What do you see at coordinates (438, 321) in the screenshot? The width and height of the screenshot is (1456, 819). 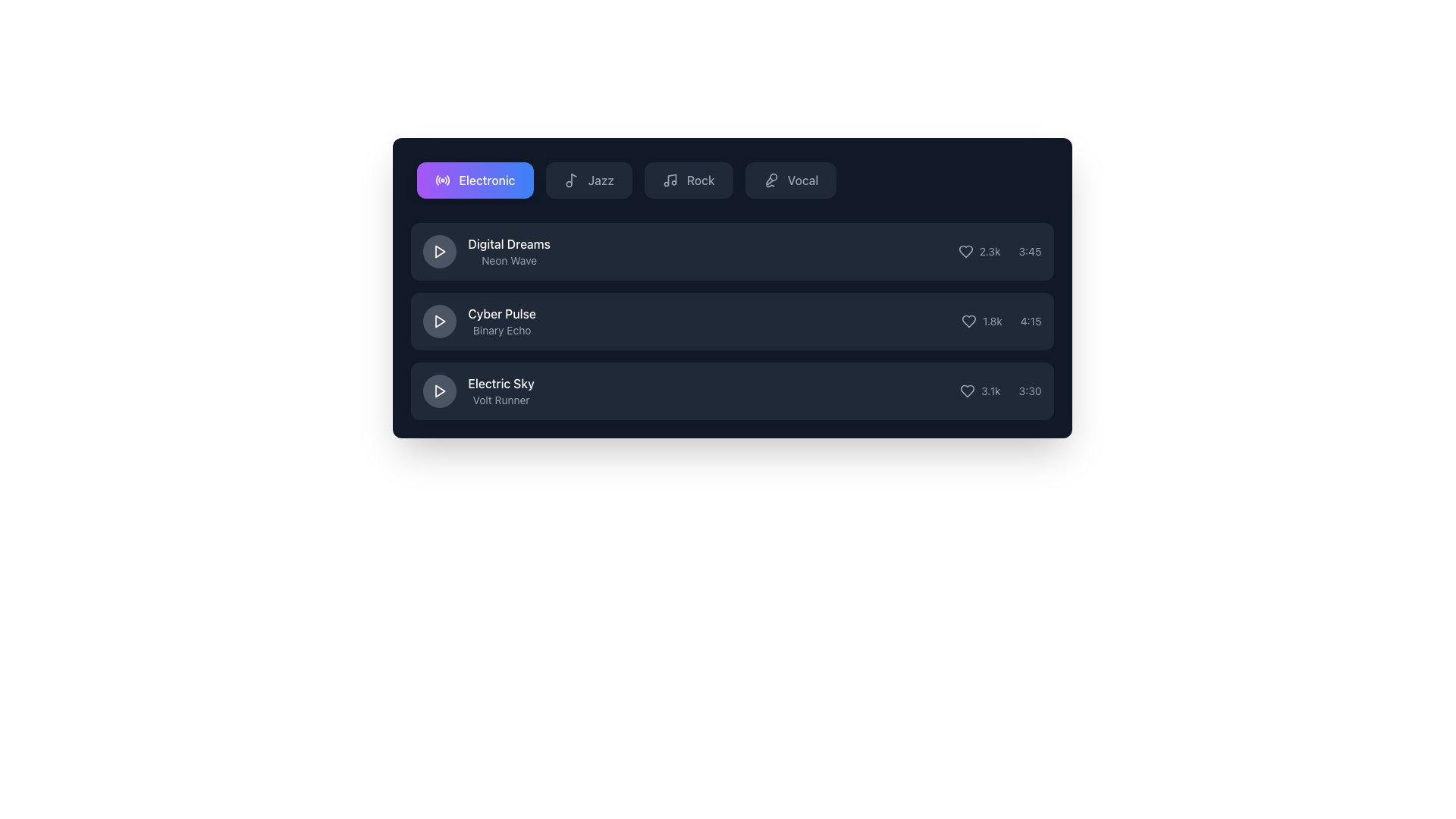 I see `the central play button icon` at bounding box center [438, 321].